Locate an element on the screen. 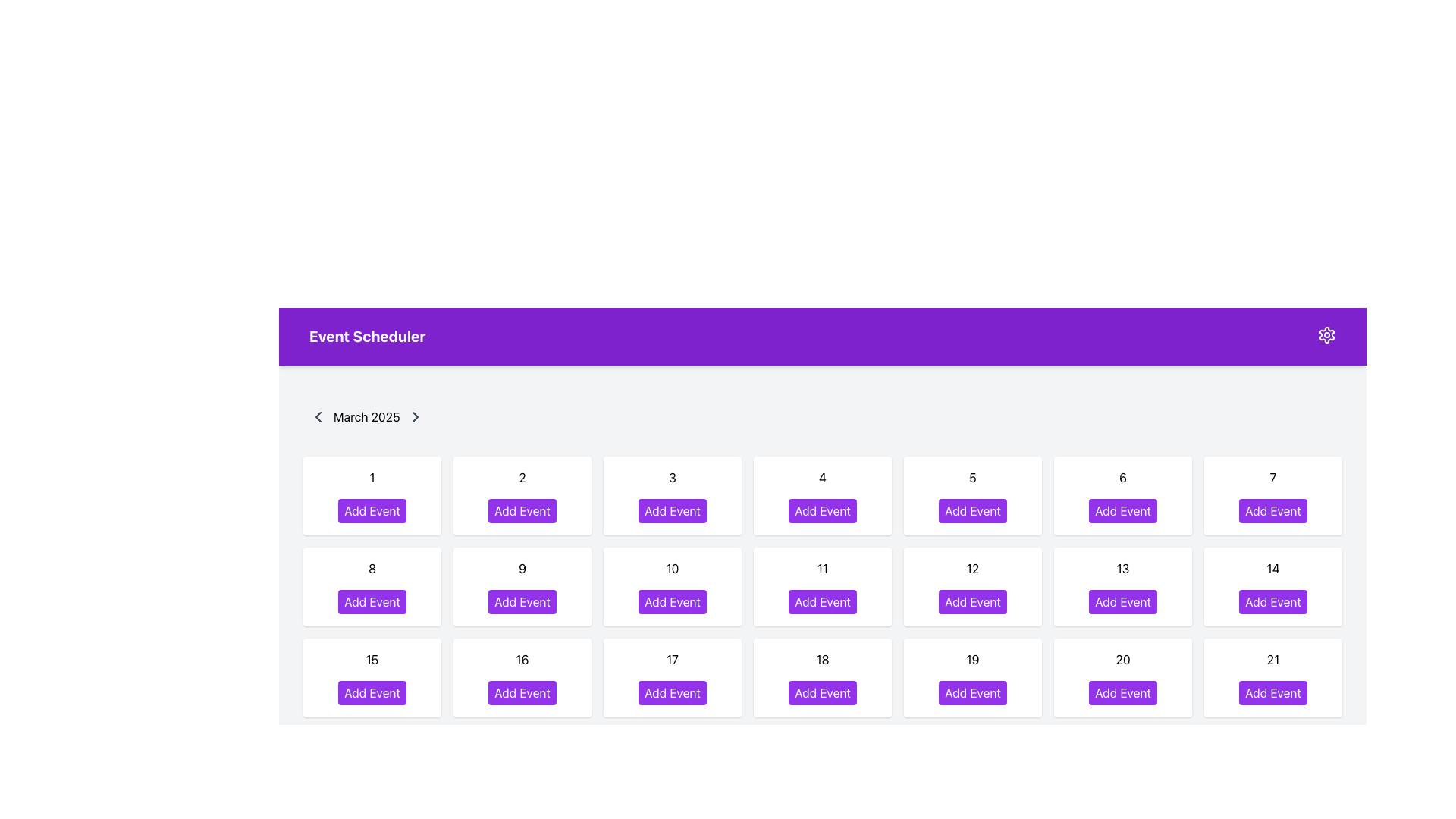 The width and height of the screenshot is (1456, 819). the 'Add Event' button with a rounded rectangular shape and purple background, located in the 'Event Scheduler' page, section labeled '11', third row, third column is located at coordinates (821, 601).